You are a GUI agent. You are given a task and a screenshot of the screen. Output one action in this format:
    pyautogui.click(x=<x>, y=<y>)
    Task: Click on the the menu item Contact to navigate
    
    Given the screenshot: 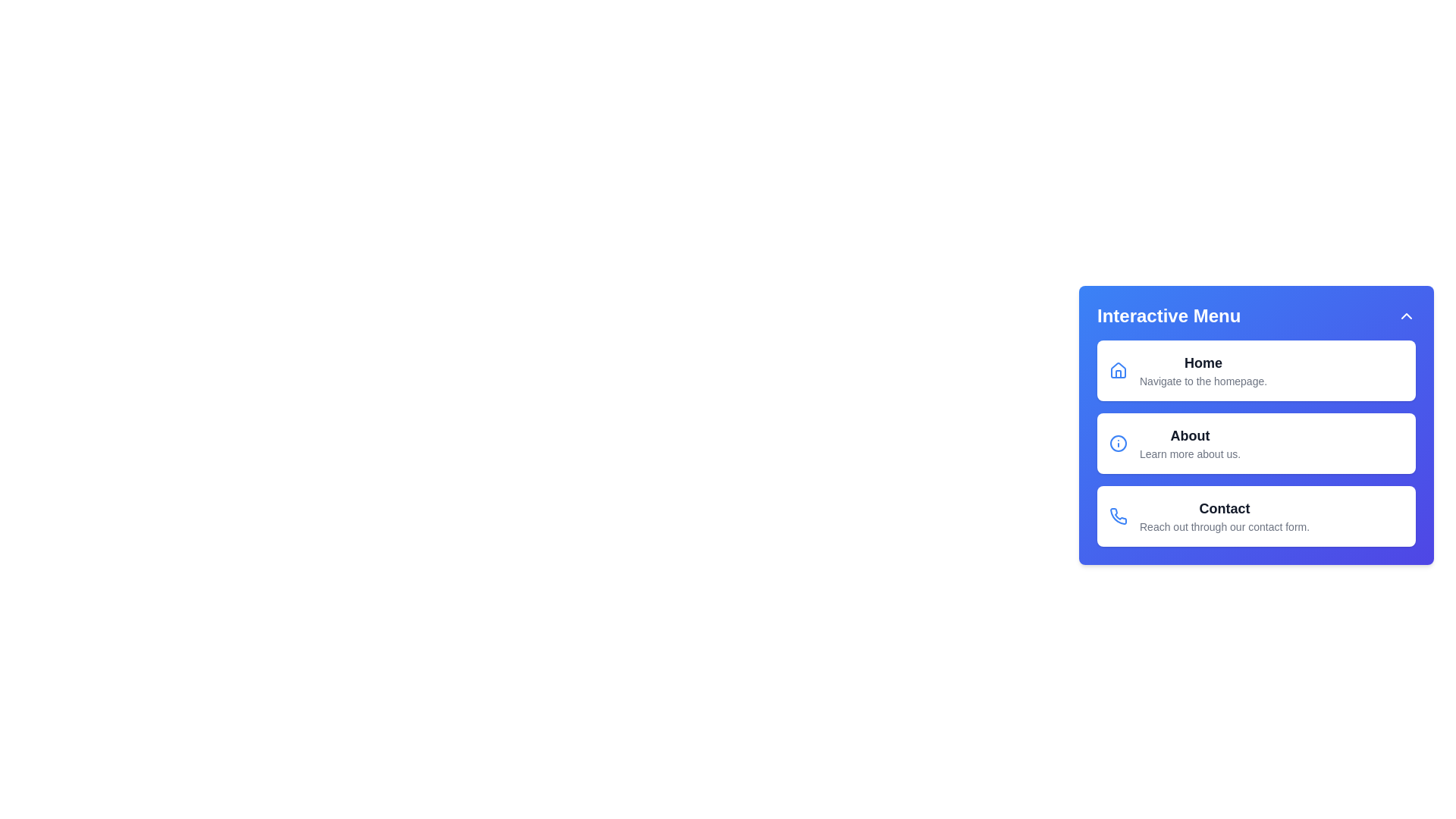 What is the action you would take?
    pyautogui.click(x=1256, y=516)
    